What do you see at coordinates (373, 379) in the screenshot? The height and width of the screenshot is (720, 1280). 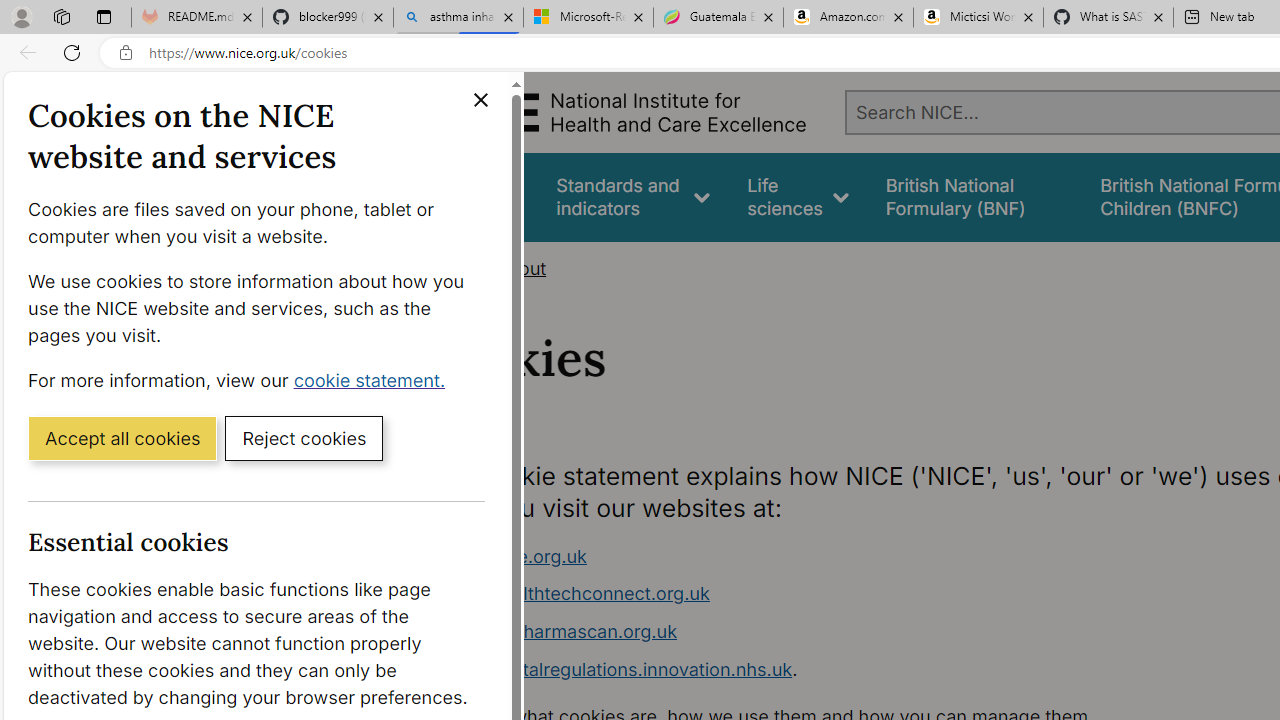 I see `'cookie statement. (Opens in a new window)'` at bounding box center [373, 379].